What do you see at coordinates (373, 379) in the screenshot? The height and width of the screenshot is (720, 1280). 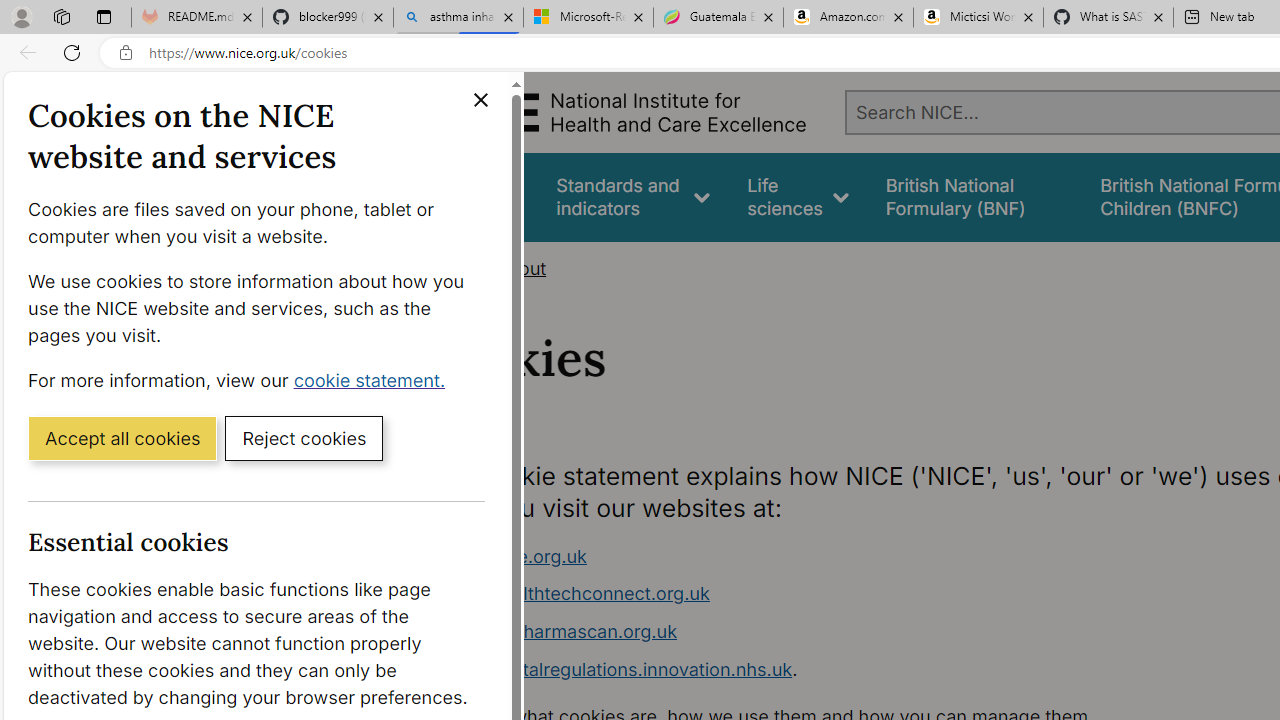 I see `'cookie statement. (Opens in a new window)'` at bounding box center [373, 379].